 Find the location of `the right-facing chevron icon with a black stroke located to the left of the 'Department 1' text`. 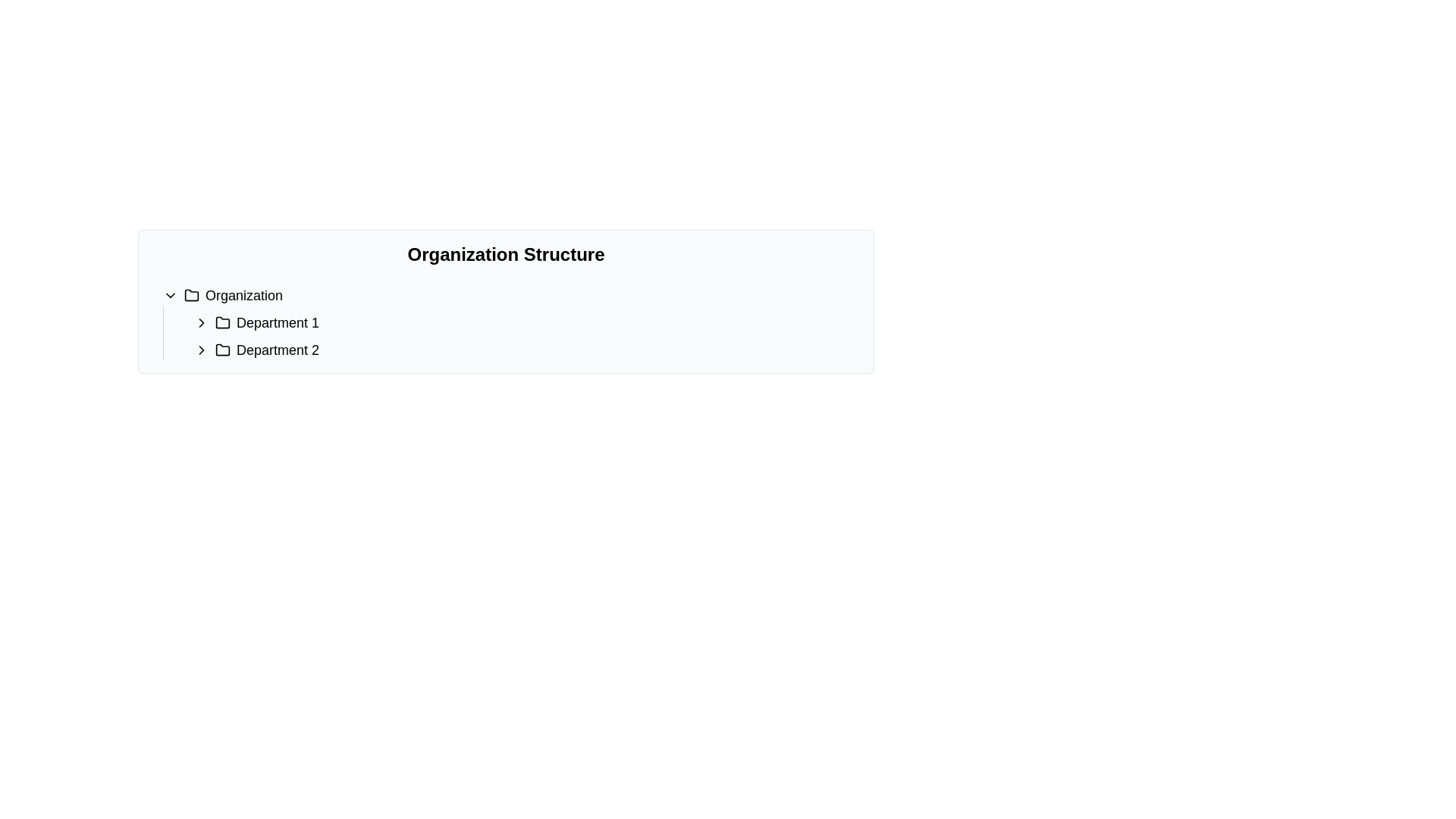

the right-facing chevron icon with a black stroke located to the left of the 'Department 1' text is located at coordinates (200, 322).